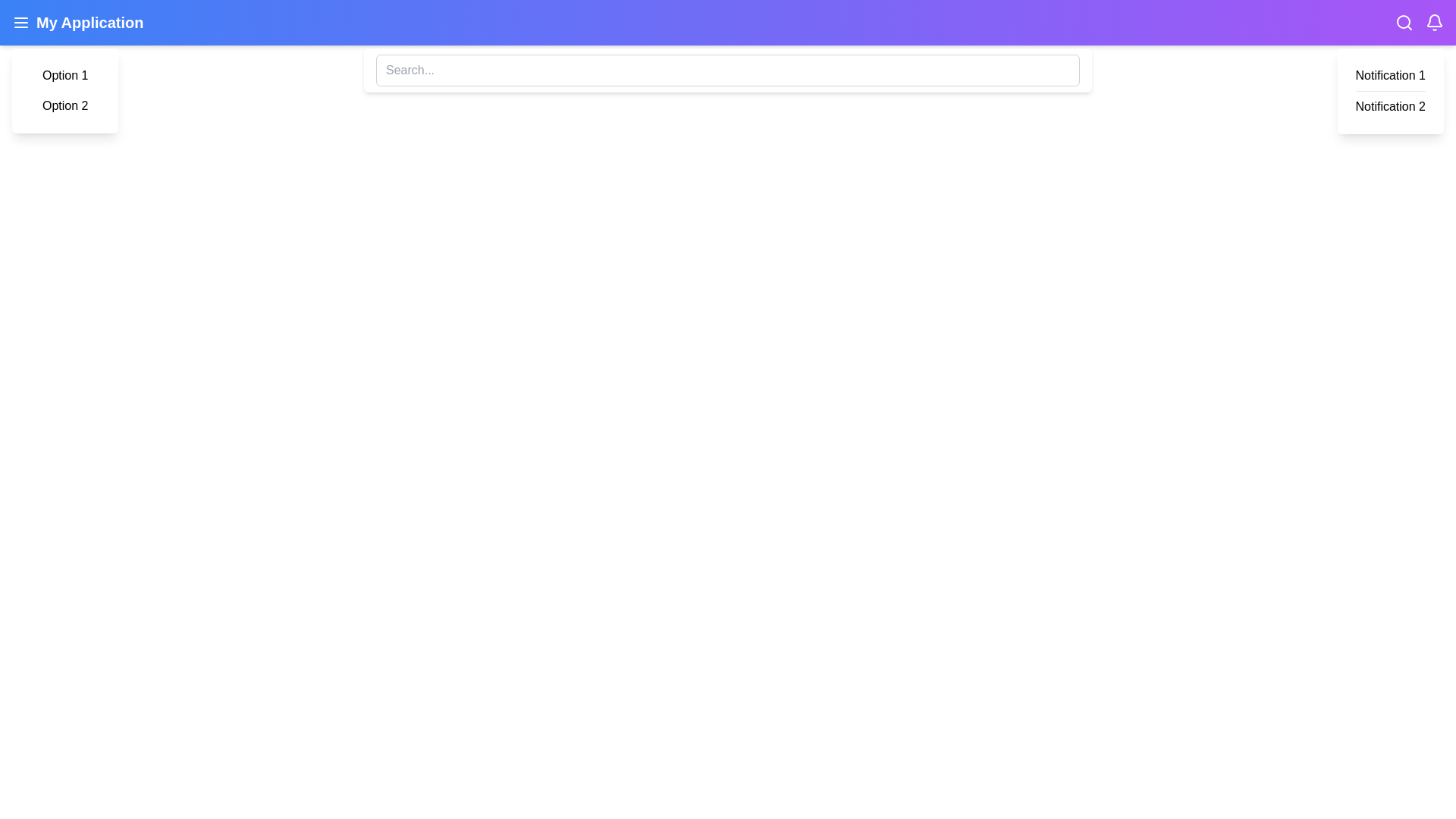 Image resolution: width=1456 pixels, height=819 pixels. I want to click on the second button in the vertical menu stack under the blue header labeled 'My Application', so click(64, 105).